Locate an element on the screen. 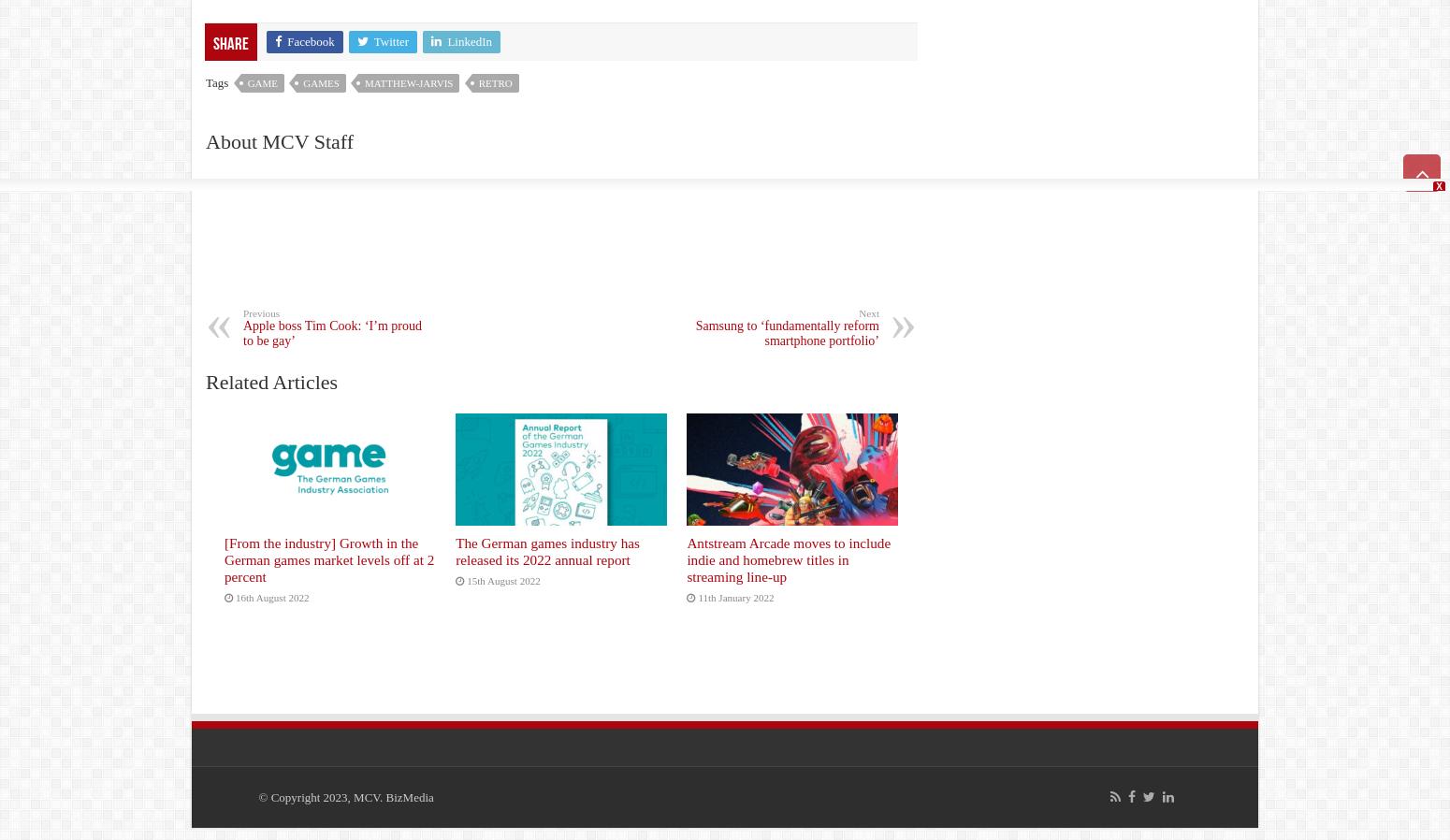 Image resolution: width=1450 pixels, height=840 pixels. 'retro' is located at coordinates (494, 81).